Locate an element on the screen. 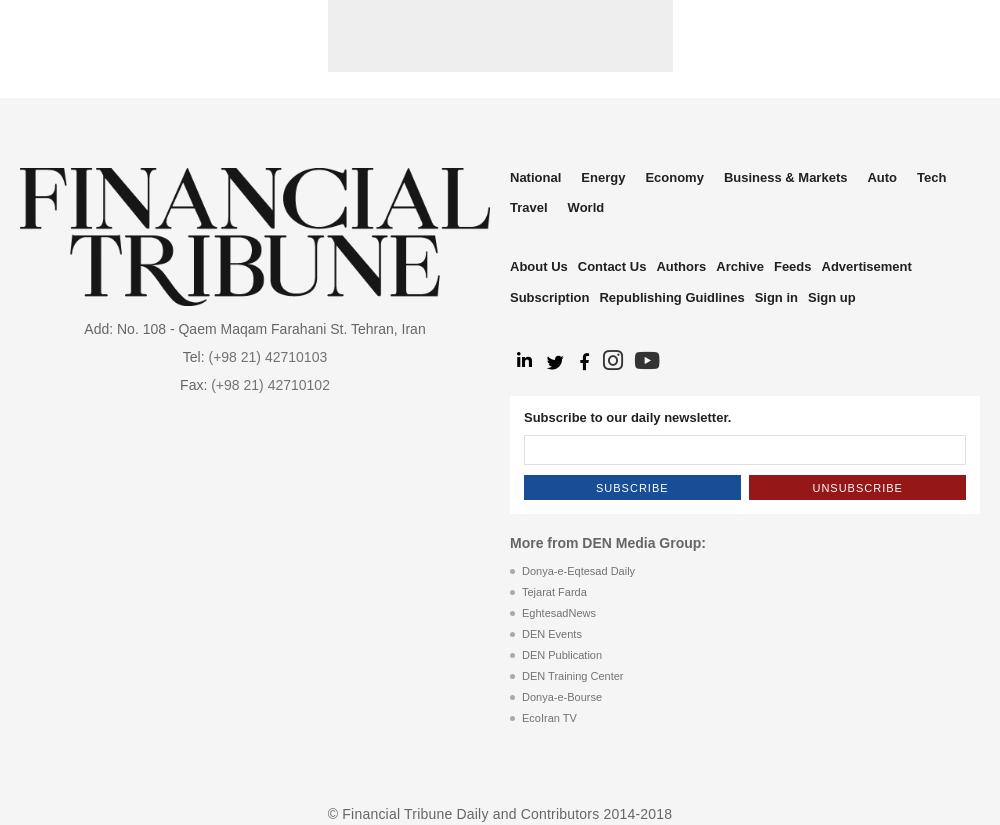 Image resolution: width=1000 pixels, height=825 pixels. 'Business & Markets' is located at coordinates (785, 177).